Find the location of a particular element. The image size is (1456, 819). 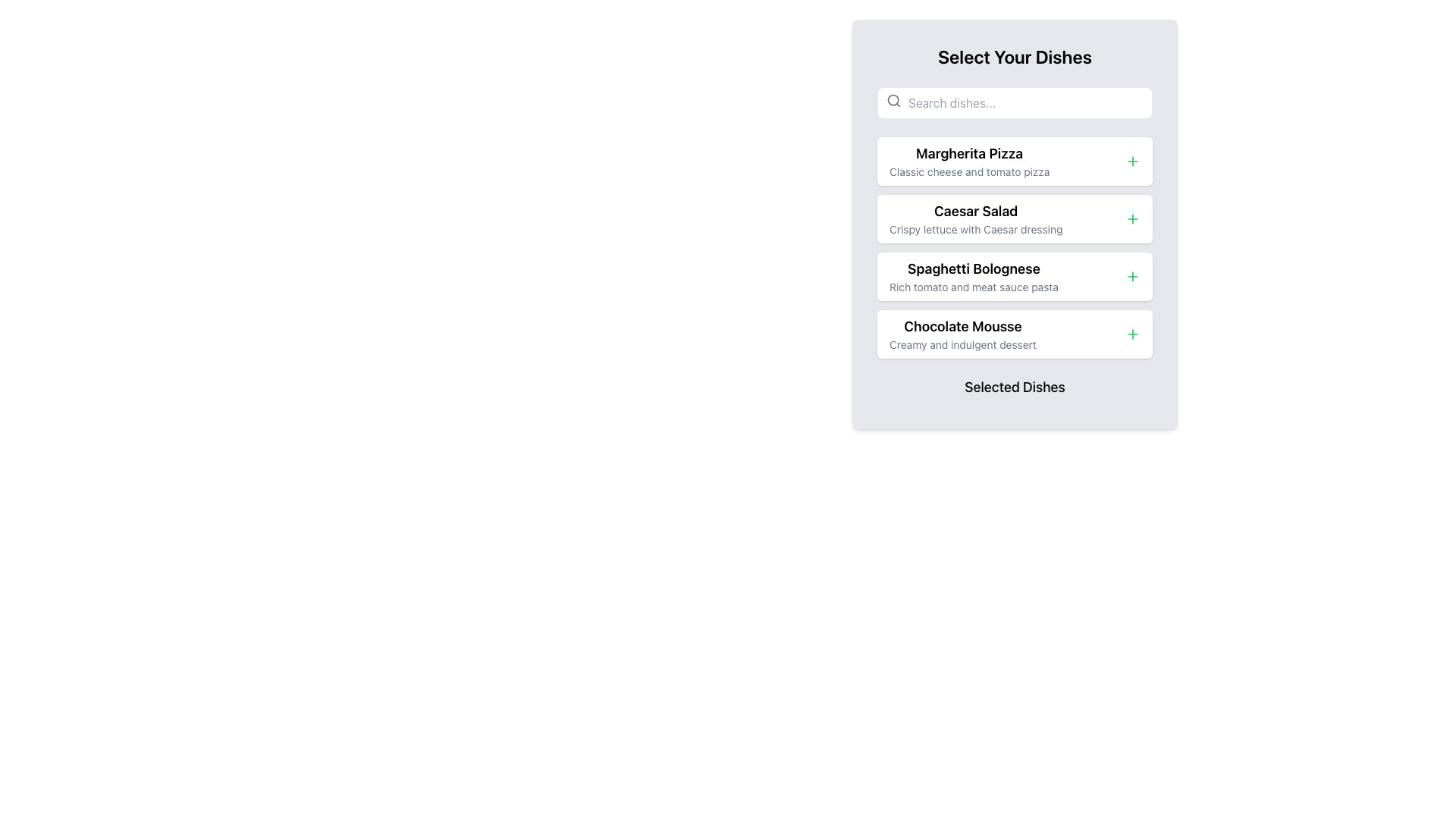

the text element reading 'Rich tomato and meat sauce pasta', which is styled in a small gray font and located below the heading 'Spaghetti Bolognese' in the menu item panel is located at coordinates (974, 287).